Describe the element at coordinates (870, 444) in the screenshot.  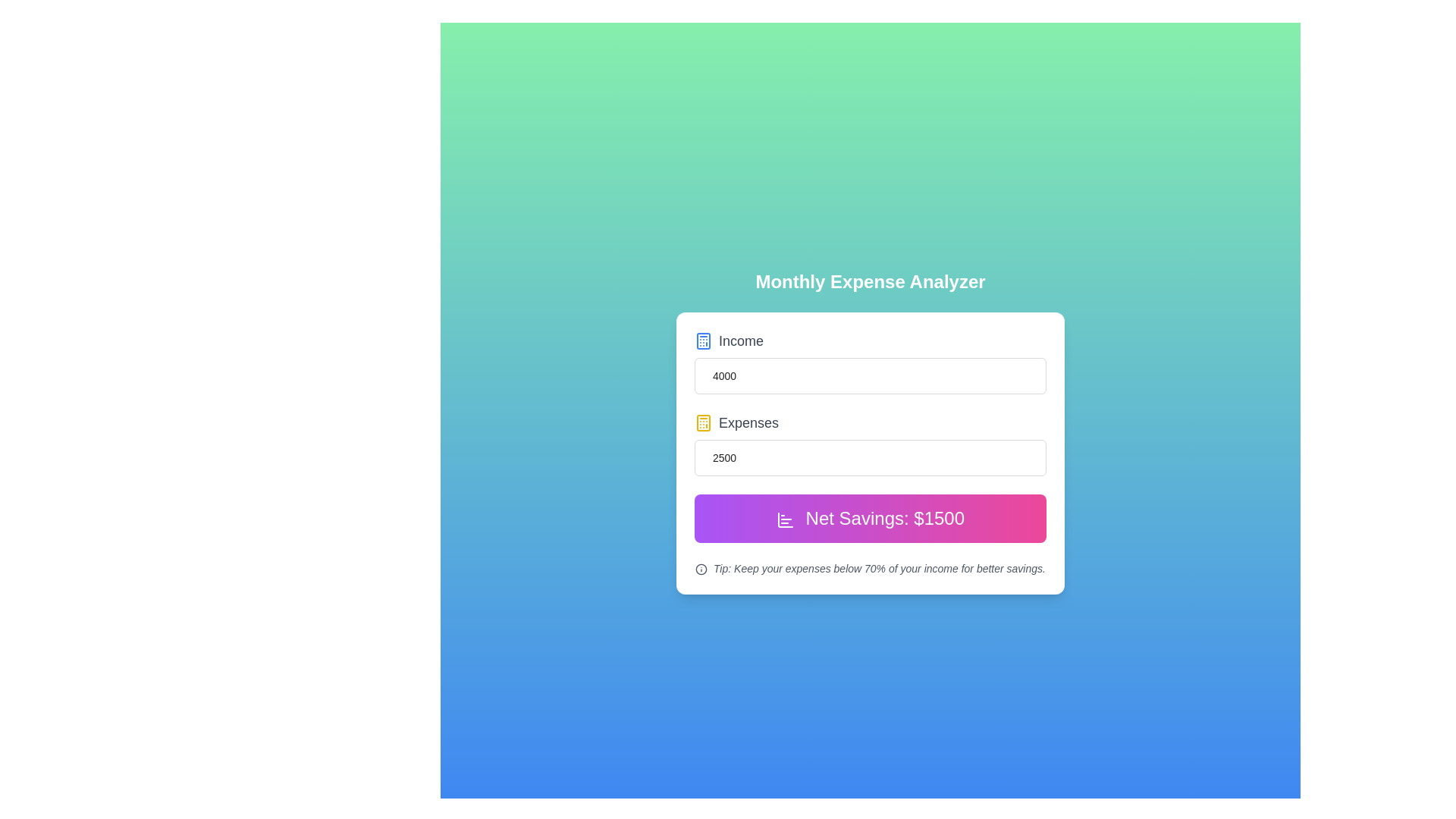
I see `the Numeric Input Field located directly below the 'Income' input field and above the pink 'Net Savings: $1500' button to focus on it` at that location.